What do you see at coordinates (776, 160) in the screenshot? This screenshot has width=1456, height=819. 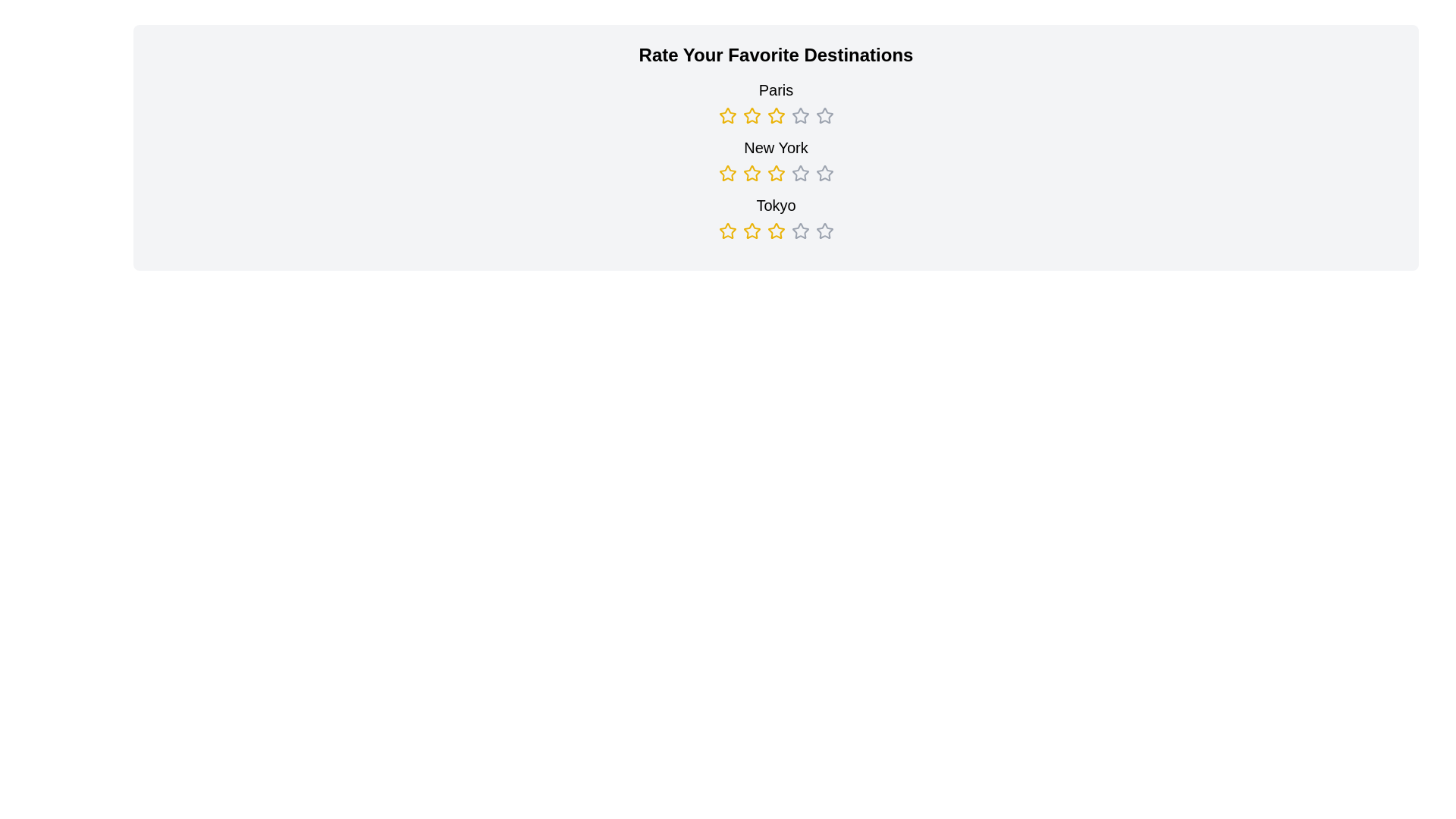 I see `text 'New York' displayed in the interactive rating component located as the second entry in the list of destination ratings` at bounding box center [776, 160].